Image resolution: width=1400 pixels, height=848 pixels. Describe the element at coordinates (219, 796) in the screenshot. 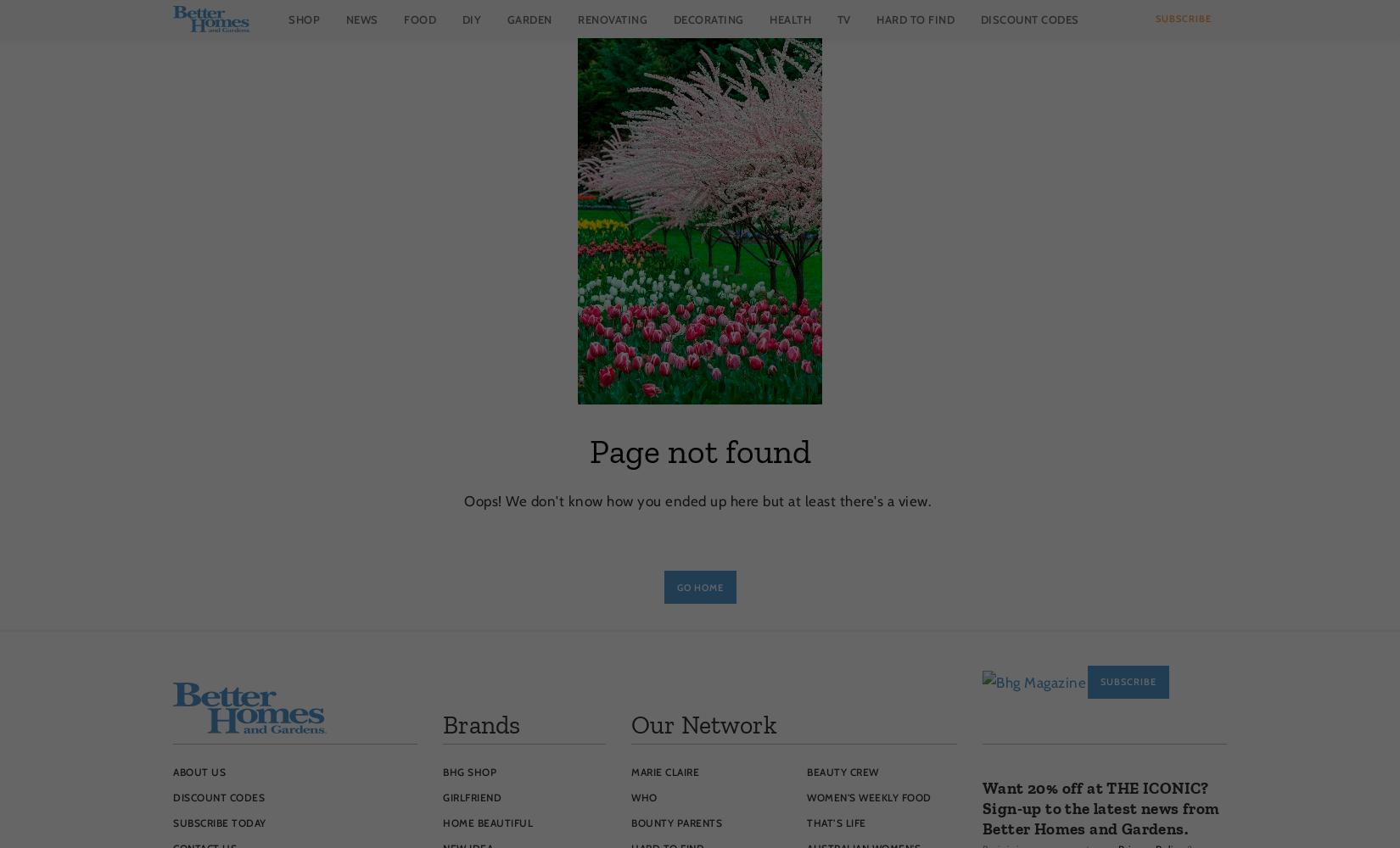

I see `'Discount Codes'` at that location.